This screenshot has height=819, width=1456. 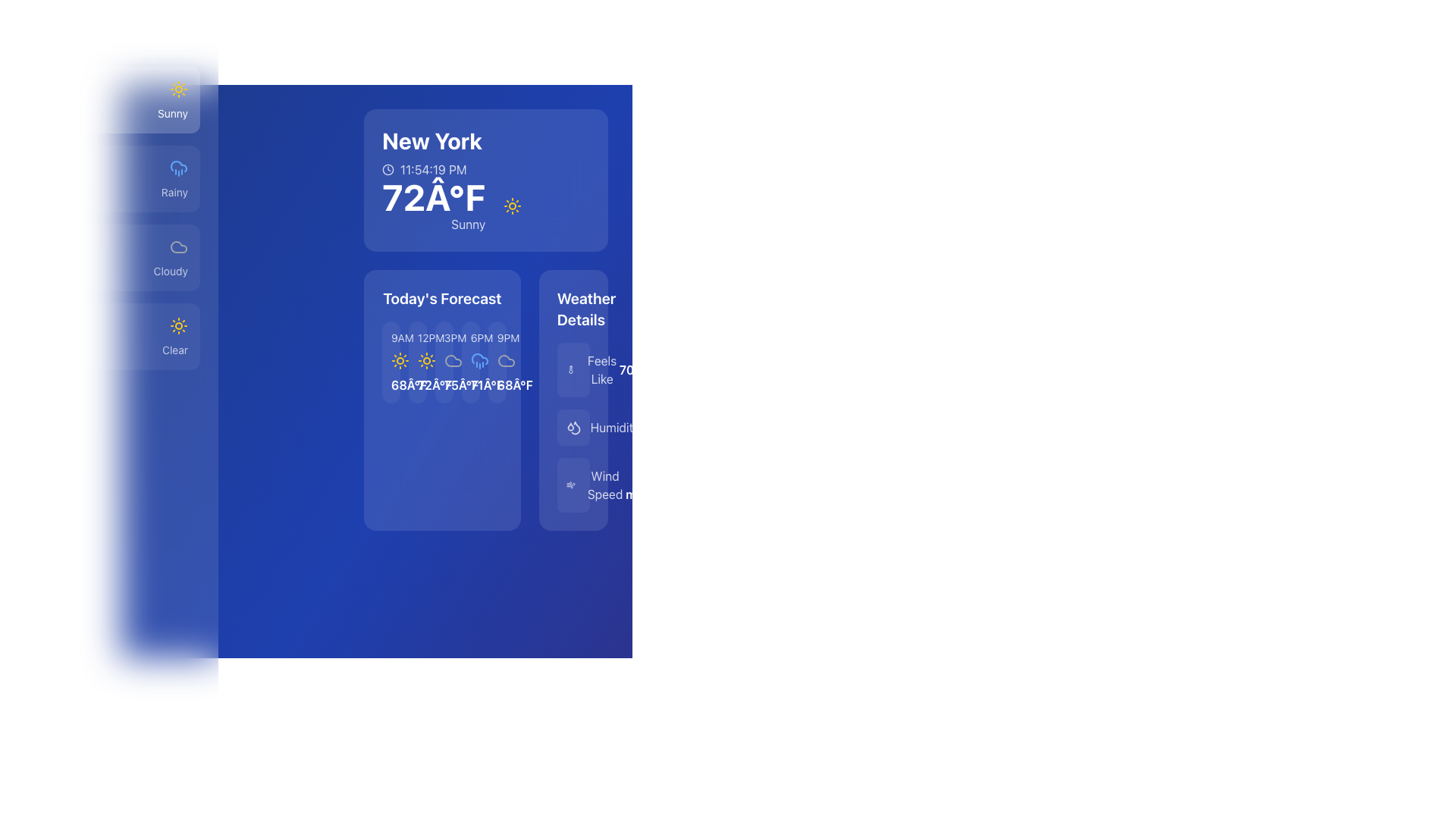 What do you see at coordinates (479, 360) in the screenshot?
I see `the rainy weather icon, which is styled in blue and features cloud and rain symbols, located in the second slot of the vertical list of weather condition indicators on the left pane` at bounding box center [479, 360].